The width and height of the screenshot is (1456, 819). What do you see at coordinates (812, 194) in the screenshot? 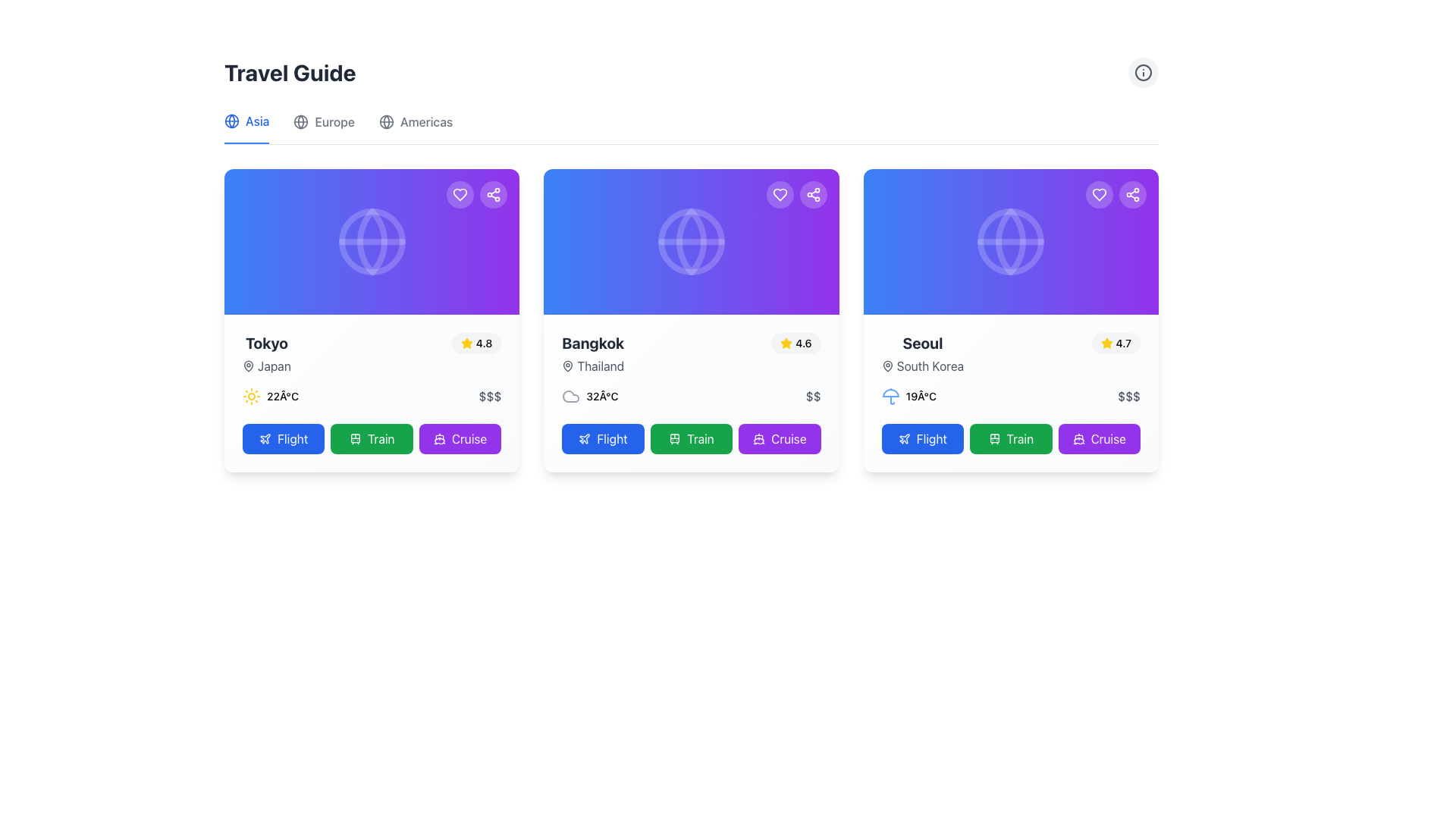
I see `the sharing icon, which is a white icon with three circles connected by lines, located at the top right corner of the 'Bangkok' card` at bounding box center [812, 194].